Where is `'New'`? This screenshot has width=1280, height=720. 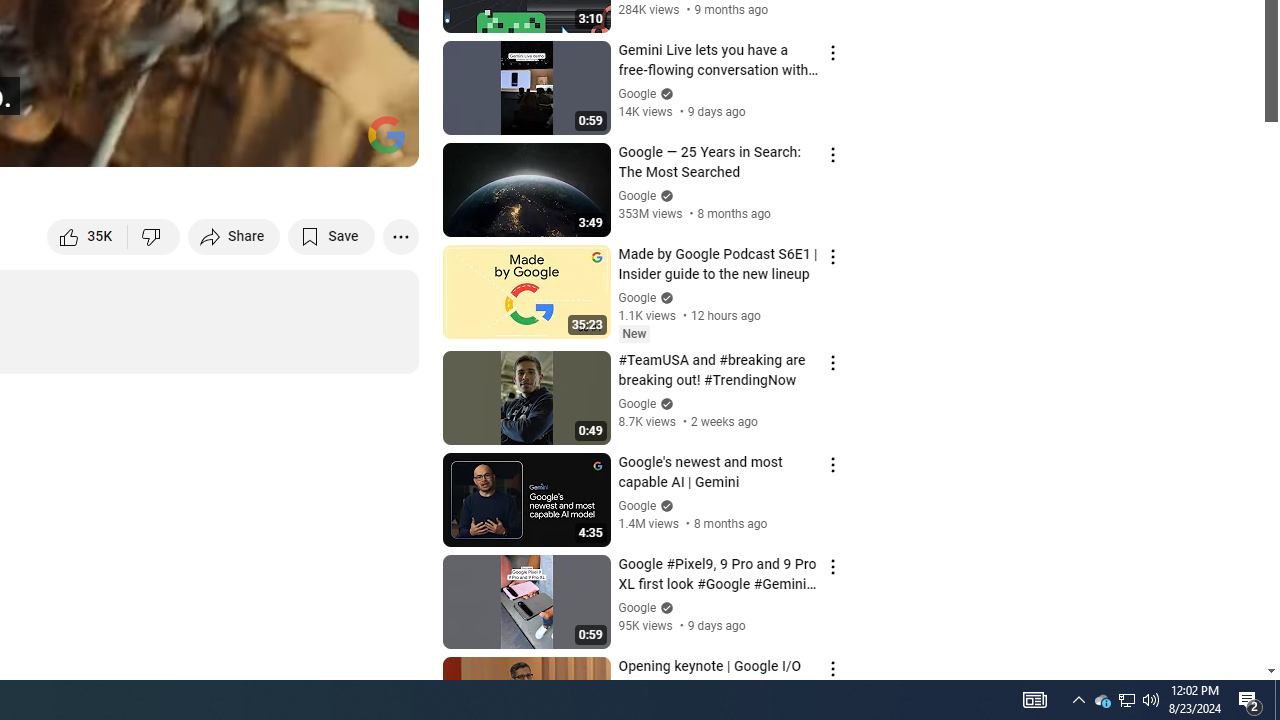 'New' is located at coordinates (633, 332).